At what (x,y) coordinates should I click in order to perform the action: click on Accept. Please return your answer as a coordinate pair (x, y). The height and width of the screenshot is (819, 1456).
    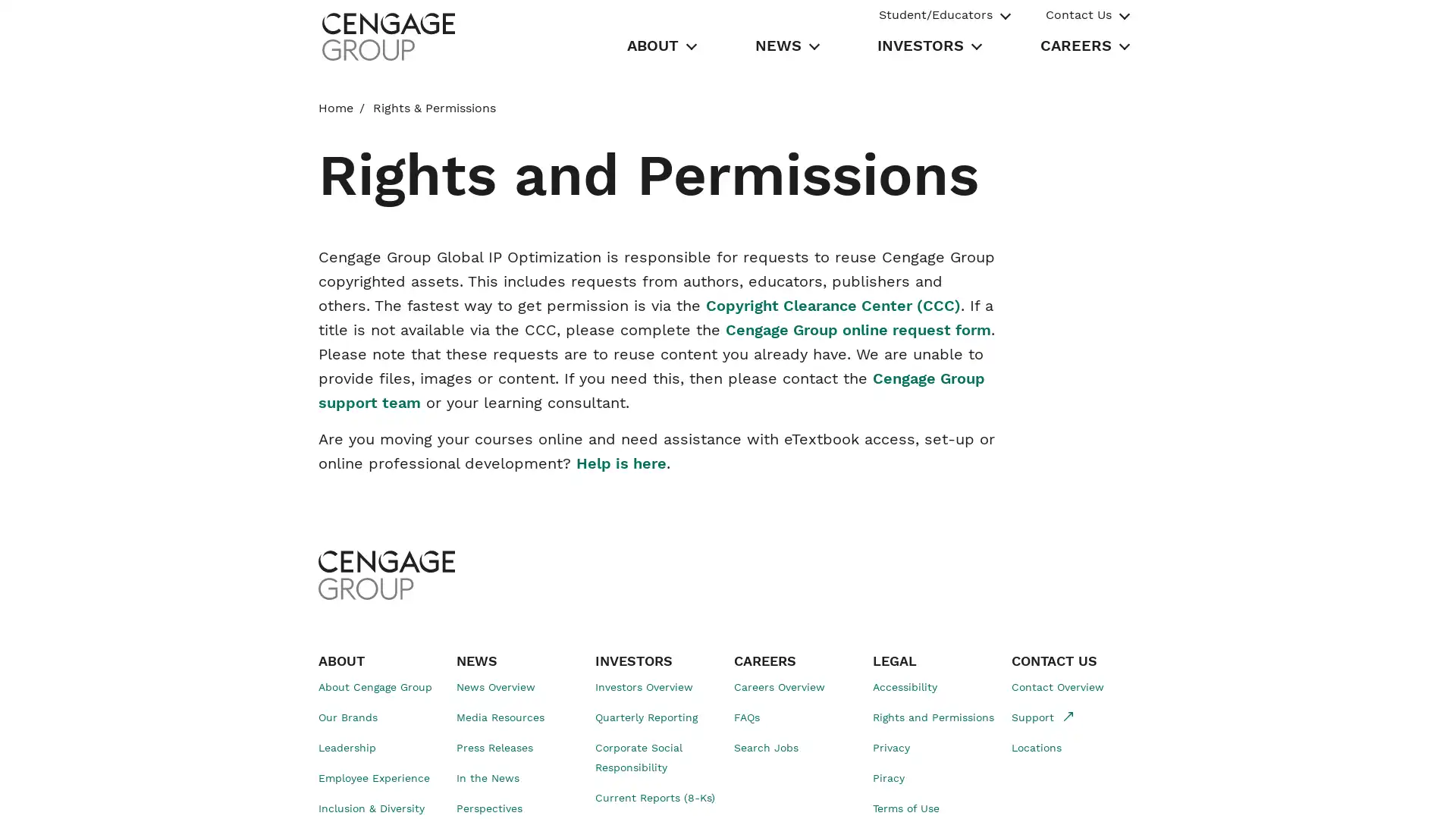
    Looking at the image, I should click on (1169, 789).